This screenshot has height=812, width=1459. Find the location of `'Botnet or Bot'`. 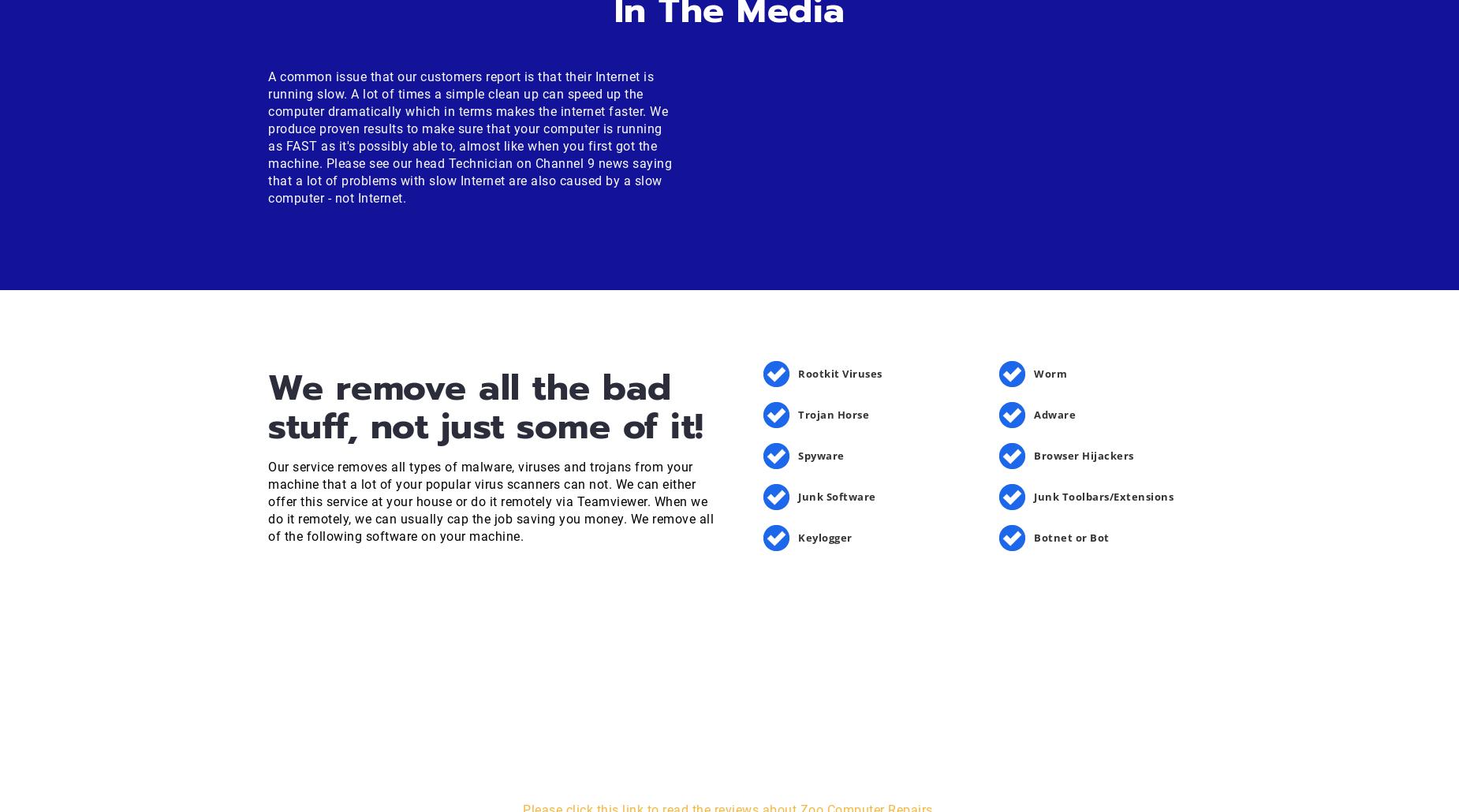

'Botnet or Bot' is located at coordinates (1070, 536).